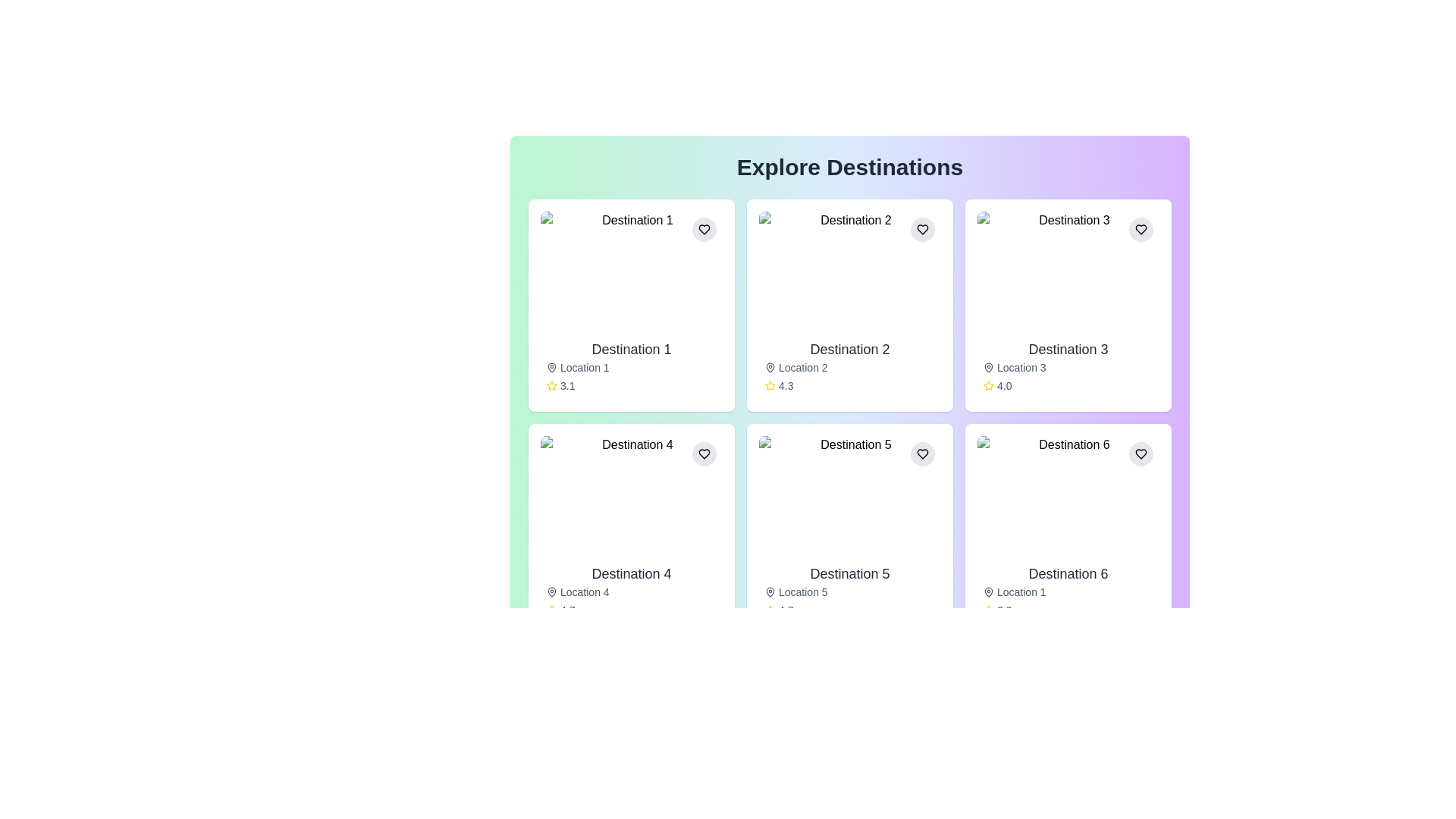 The width and height of the screenshot is (1456, 819). Describe the element at coordinates (922, 230) in the screenshot. I see `the heart-shaped icon with a thin, dark stroke and a hollow center located in the top-right corner of the tile labeled 'Destination 2'` at that location.